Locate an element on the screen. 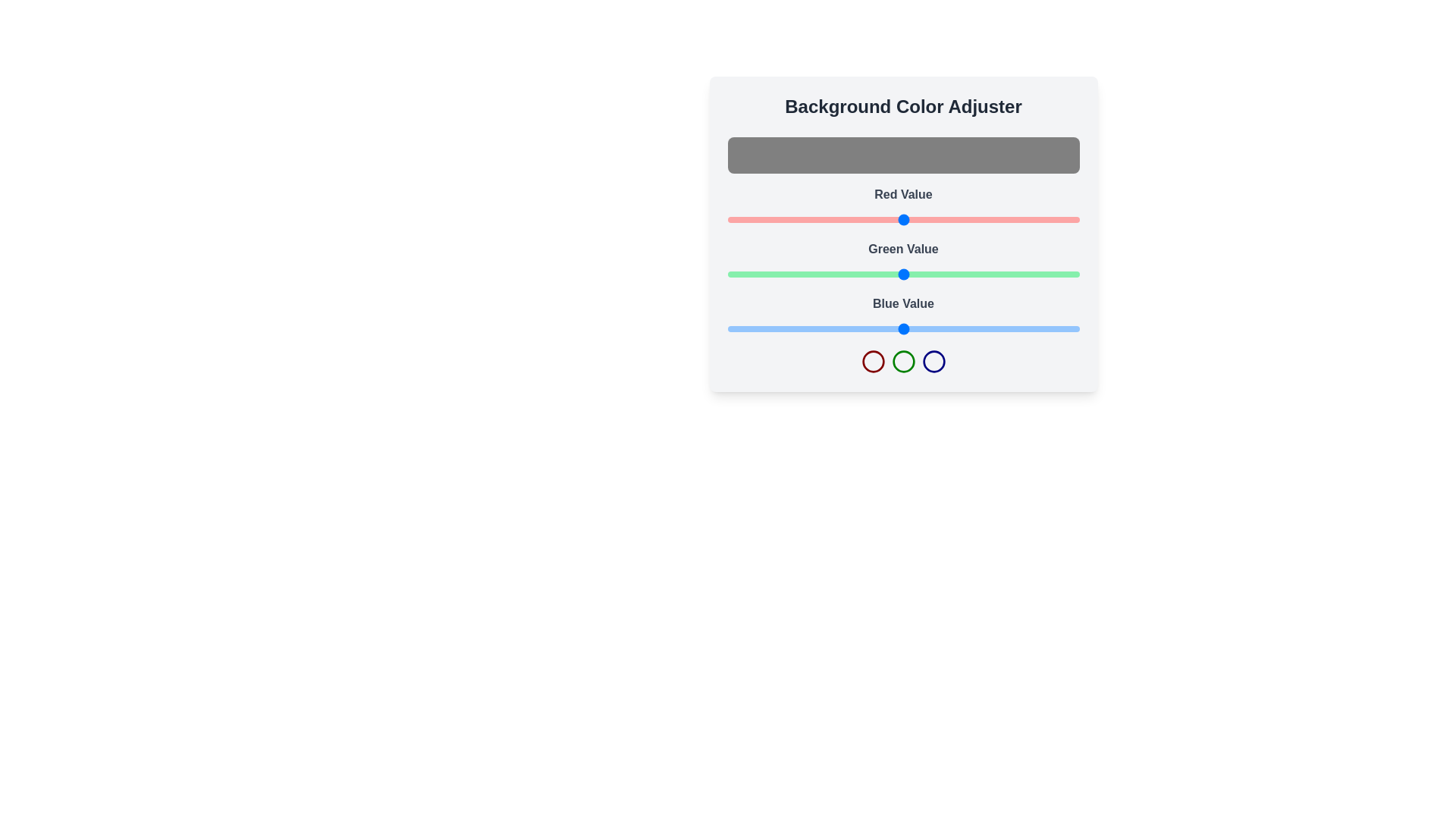 This screenshot has width=1456, height=819. the green slider to set the green color value to 194 is located at coordinates (995, 275).